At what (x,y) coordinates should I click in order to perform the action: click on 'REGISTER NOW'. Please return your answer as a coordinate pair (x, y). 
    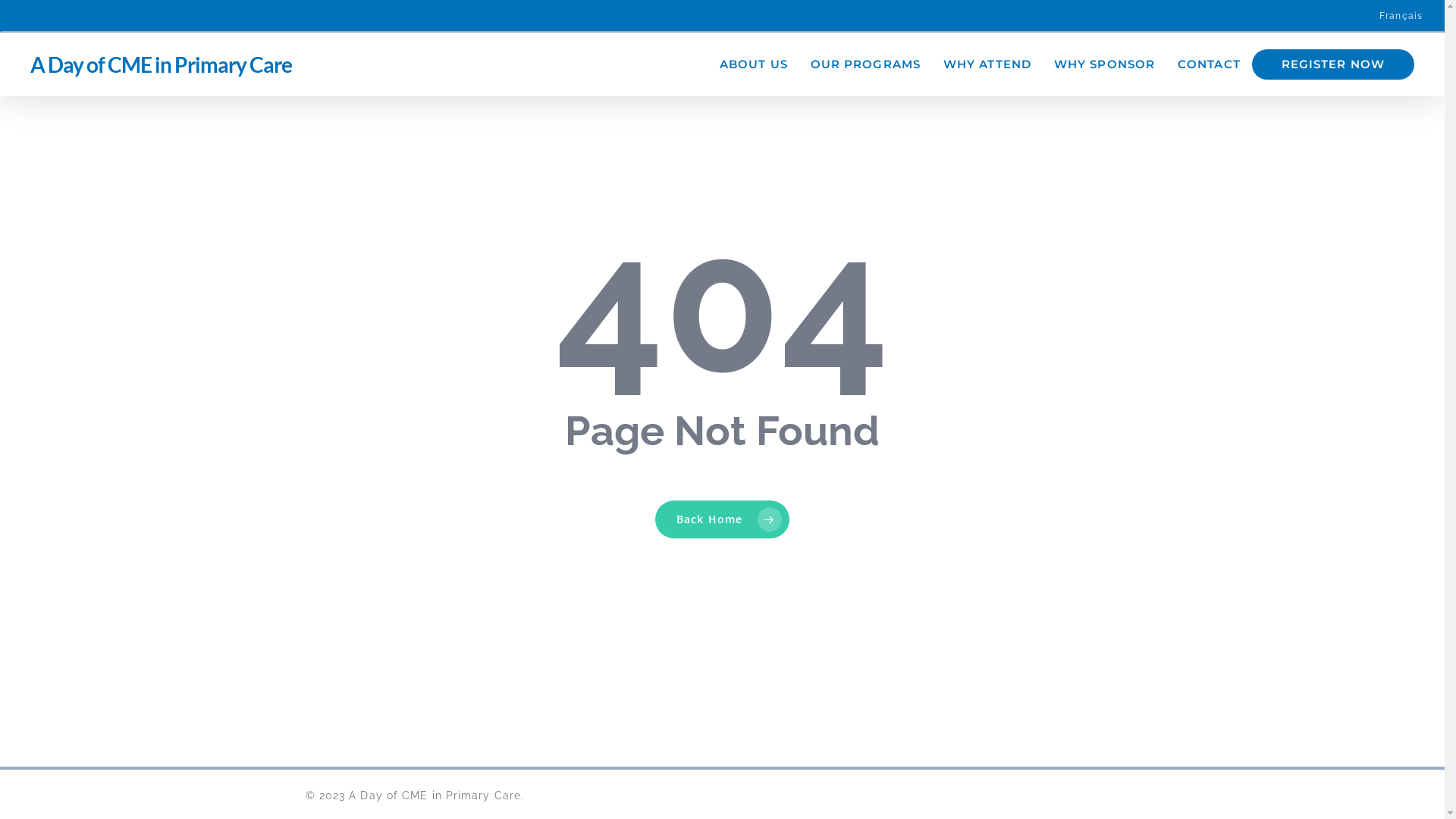
    Looking at the image, I should click on (1332, 63).